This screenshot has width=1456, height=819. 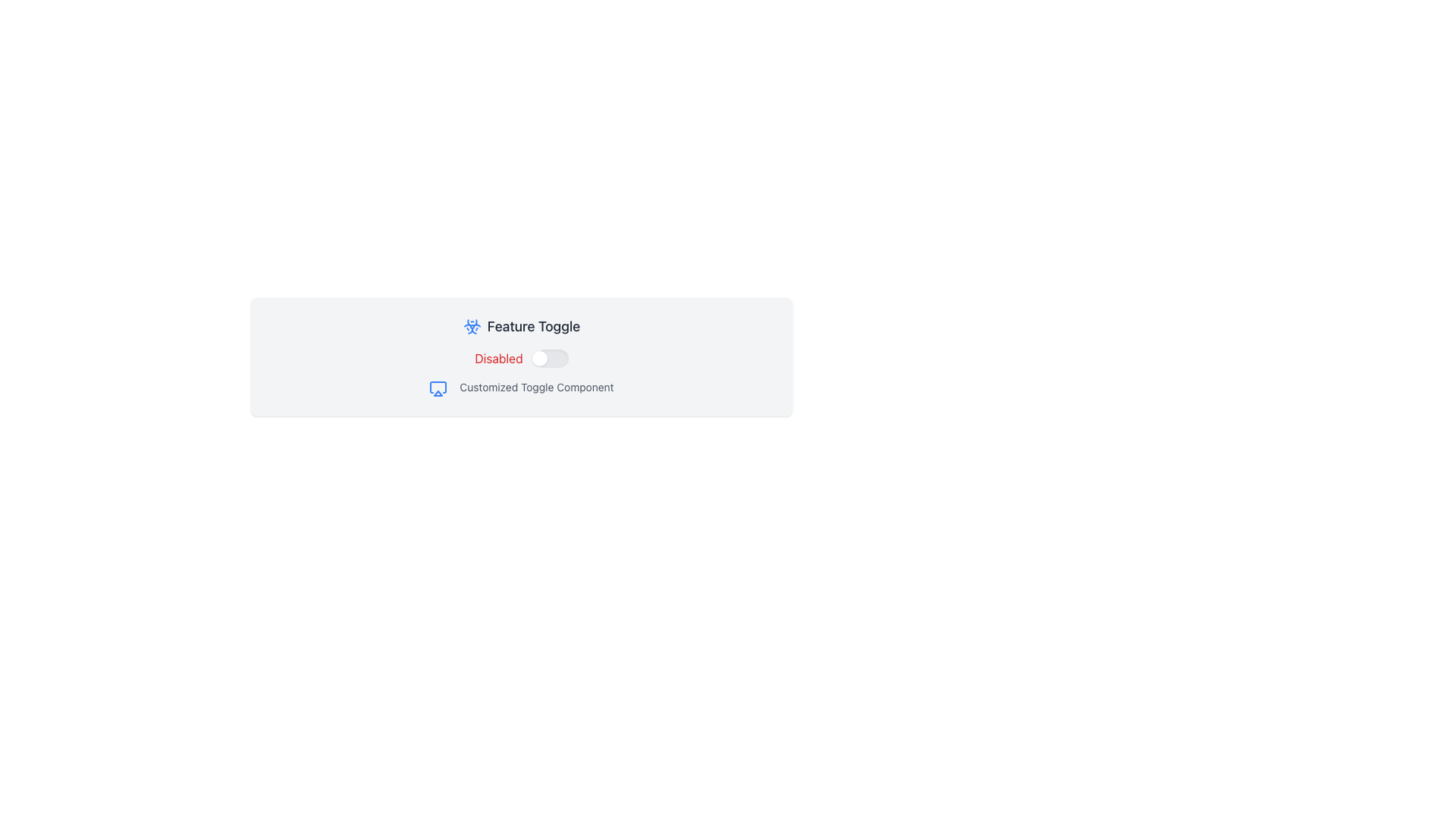 What do you see at coordinates (521, 388) in the screenshot?
I see `the text label 'Customized Toggle Component' located below the 'Disabled' toggle switch in the 'Feature Toggle' section` at bounding box center [521, 388].